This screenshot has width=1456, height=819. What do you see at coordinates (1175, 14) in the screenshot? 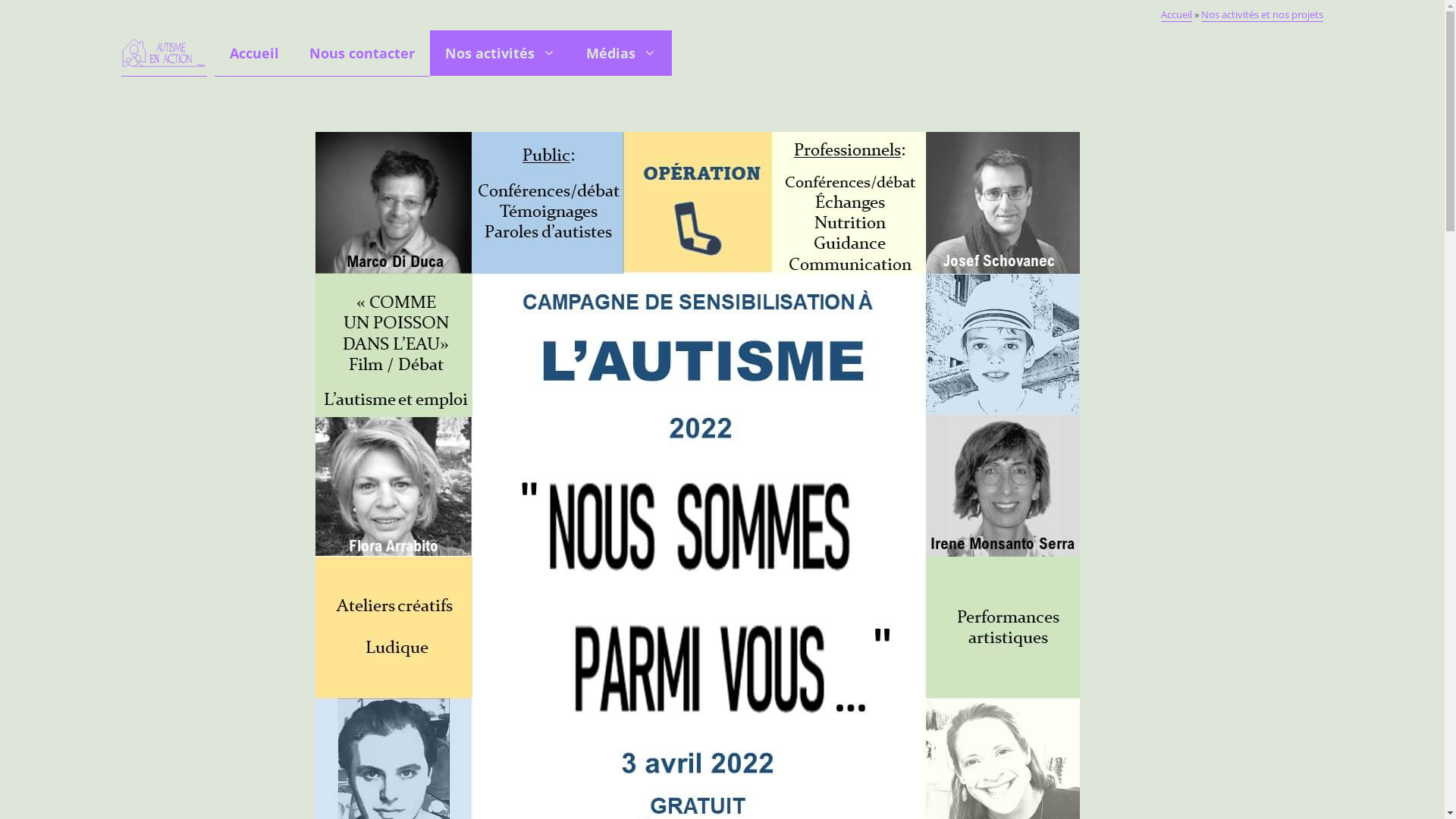
I see `'Accueil'` at bounding box center [1175, 14].